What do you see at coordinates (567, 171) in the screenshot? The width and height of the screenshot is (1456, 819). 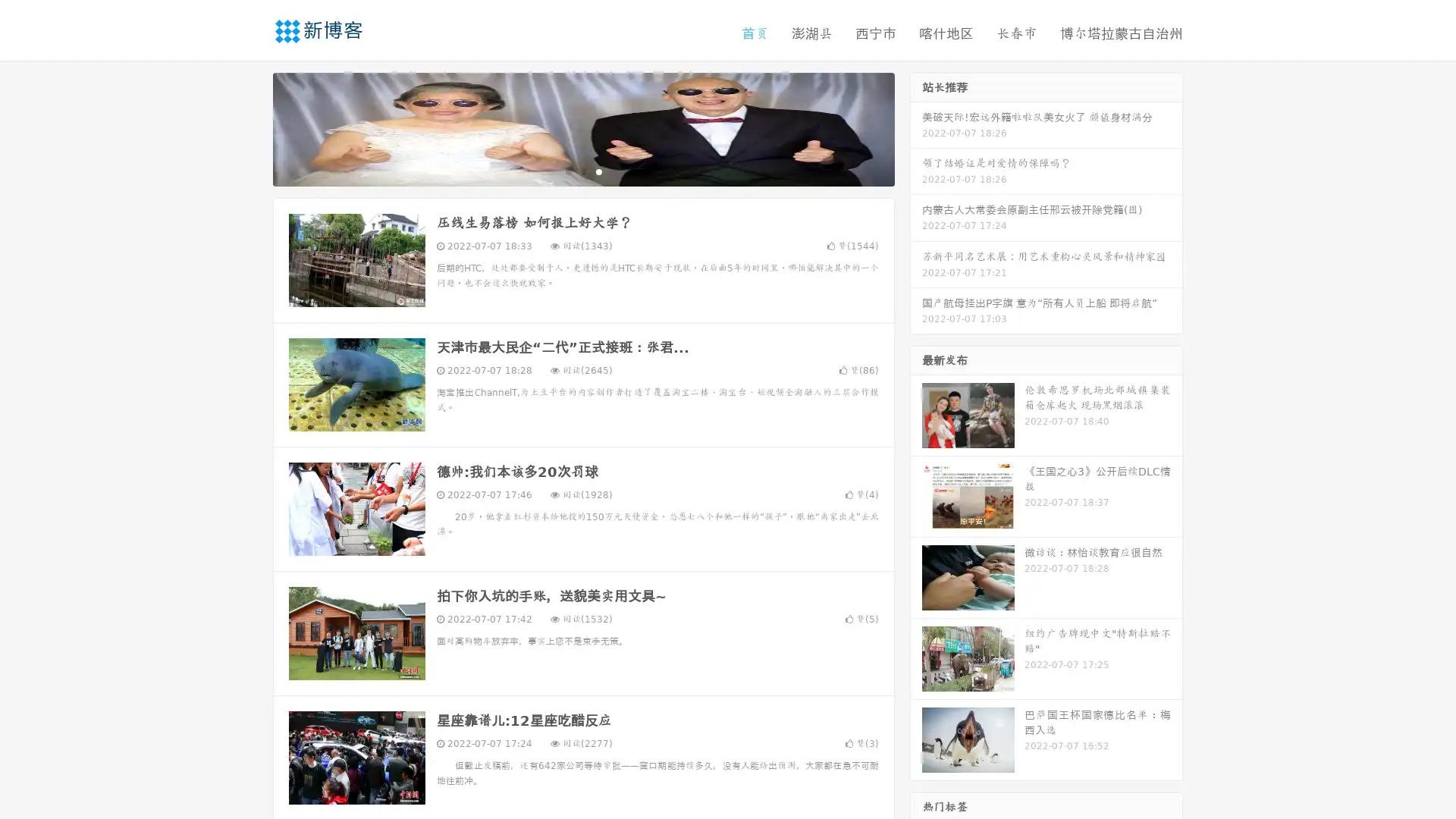 I see `Go to slide 1` at bounding box center [567, 171].